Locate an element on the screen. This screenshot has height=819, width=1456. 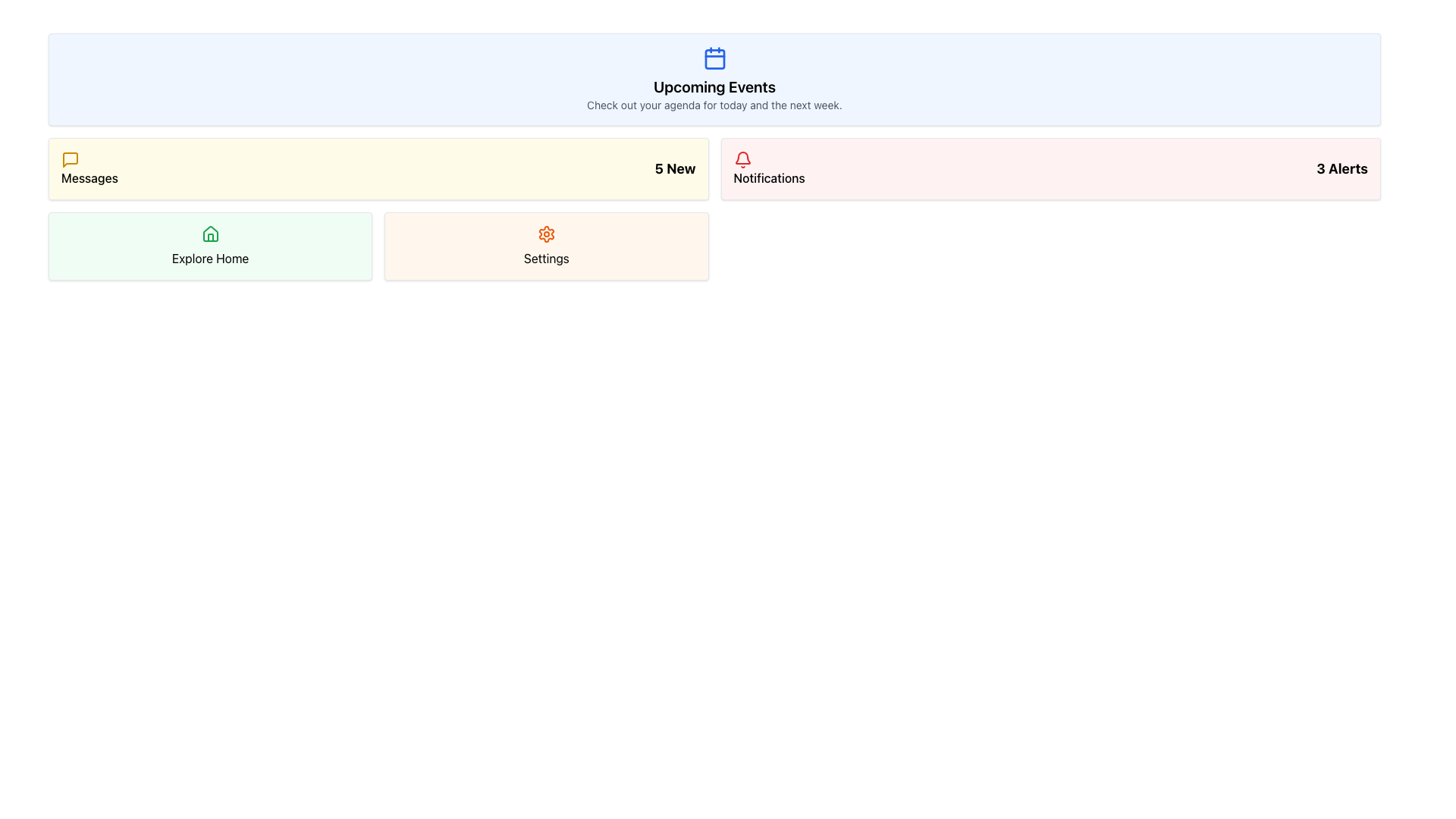
the 'Messages' icon, which is the leftmost component in the yellow-highlighted section at the top-left corner of the interface is located at coordinates (69, 160).